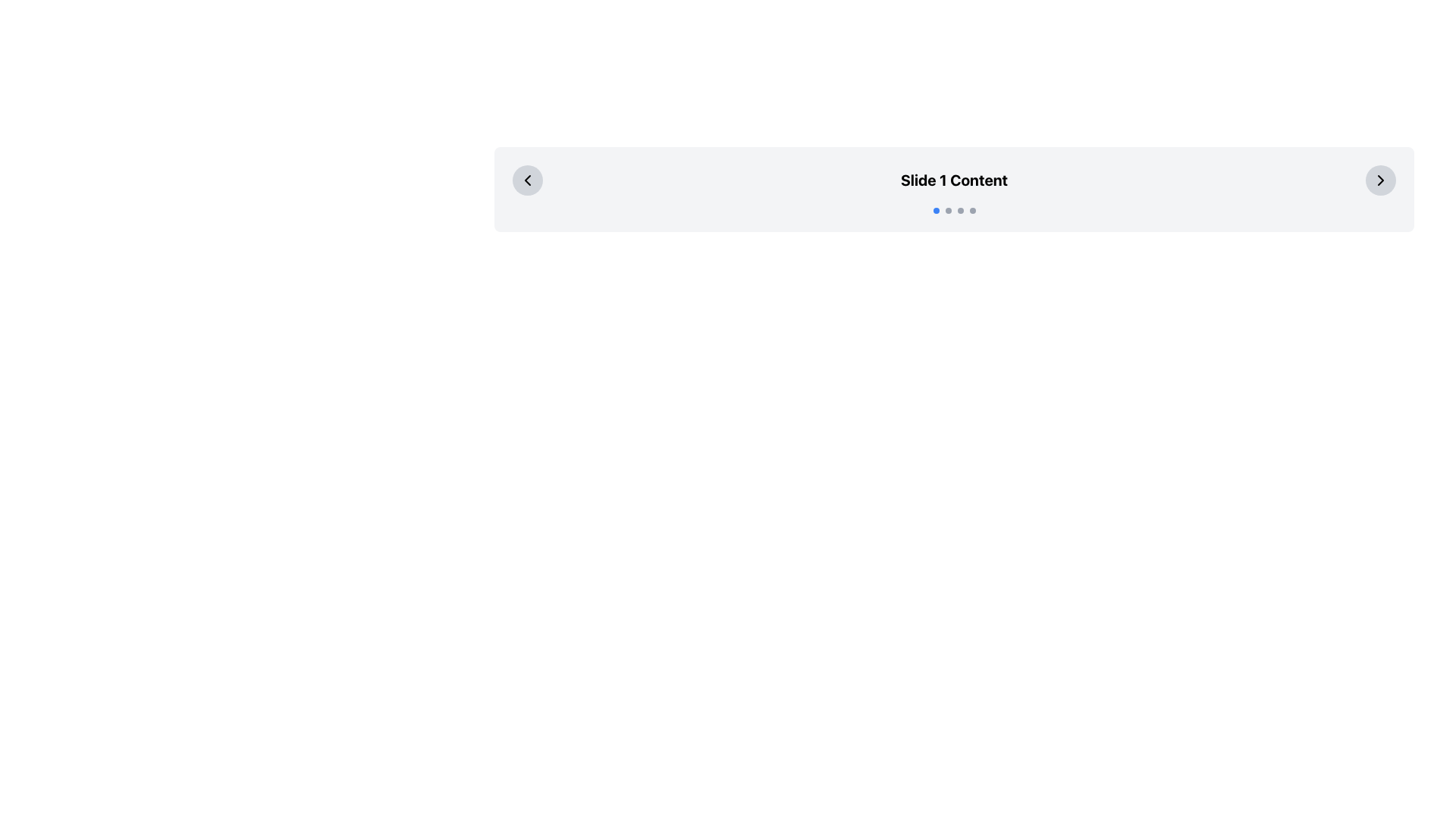  What do you see at coordinates (528, 180) in the screenshot?
I see `the chevron icon button located on the left side of the carousel header` at bounding box center [528, 180].